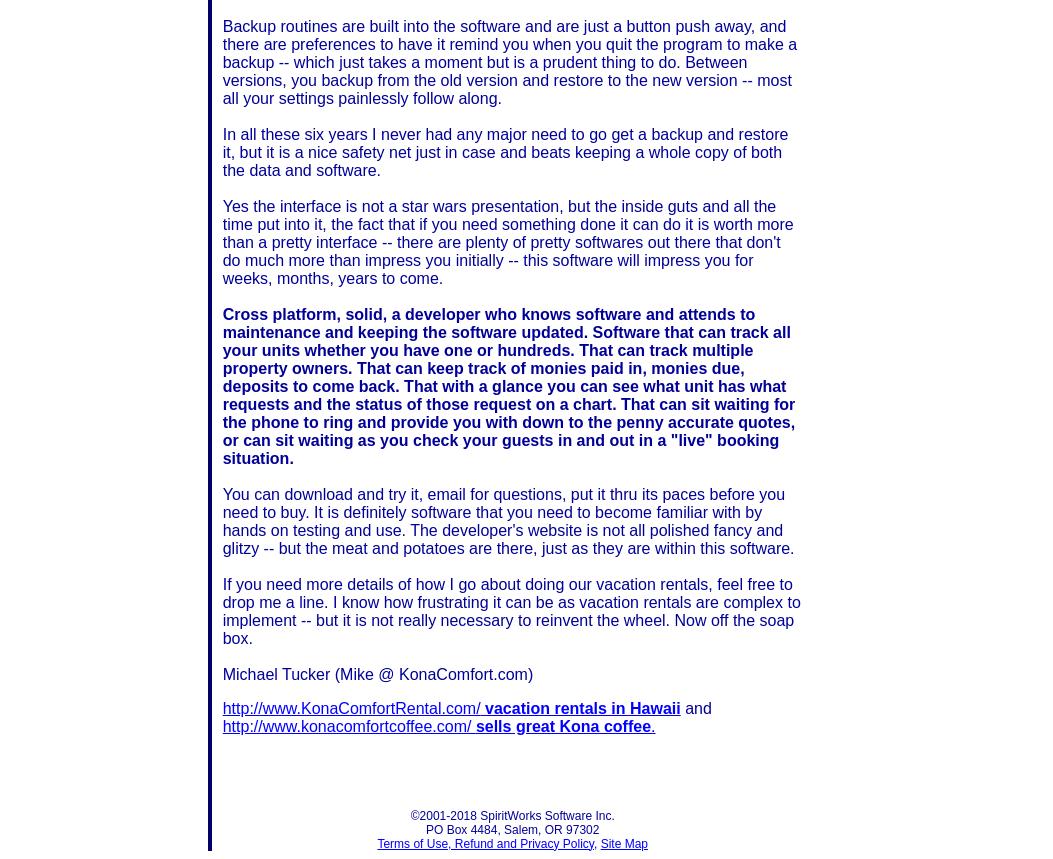 This screenshot has width=1053, height=859. Describe the element at coordinates (511, 814) in the screenshot. I see `'©2001-2018 SpiritWorks Software Inc.'` at that location.